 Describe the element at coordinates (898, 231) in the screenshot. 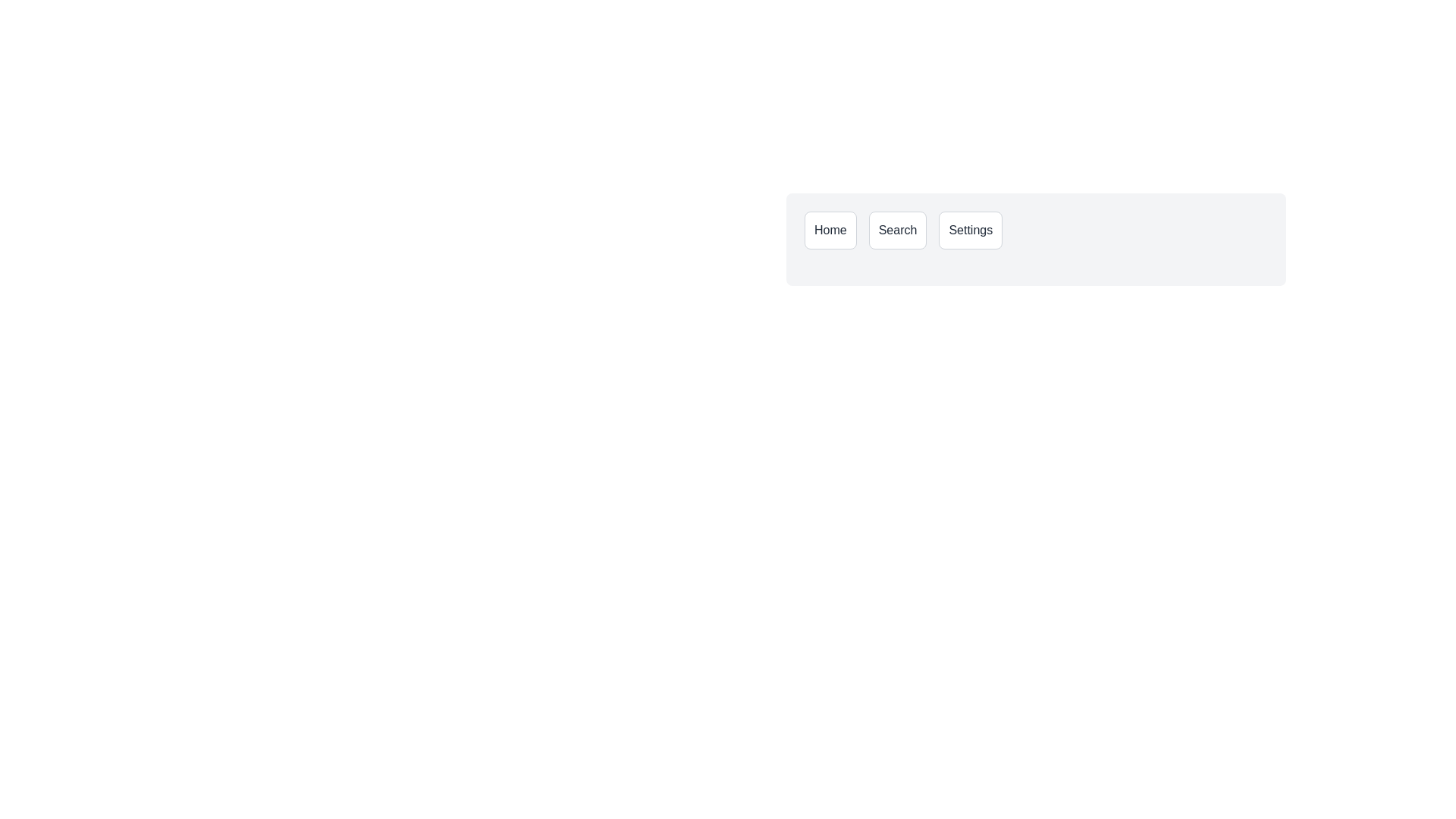

I see `the 'Search' button, which is a rectangular button with rounded corners, displaying the text 'Search' in black on a white background, located centrally between the 'Home' and 'Settings' buttons` at that location.